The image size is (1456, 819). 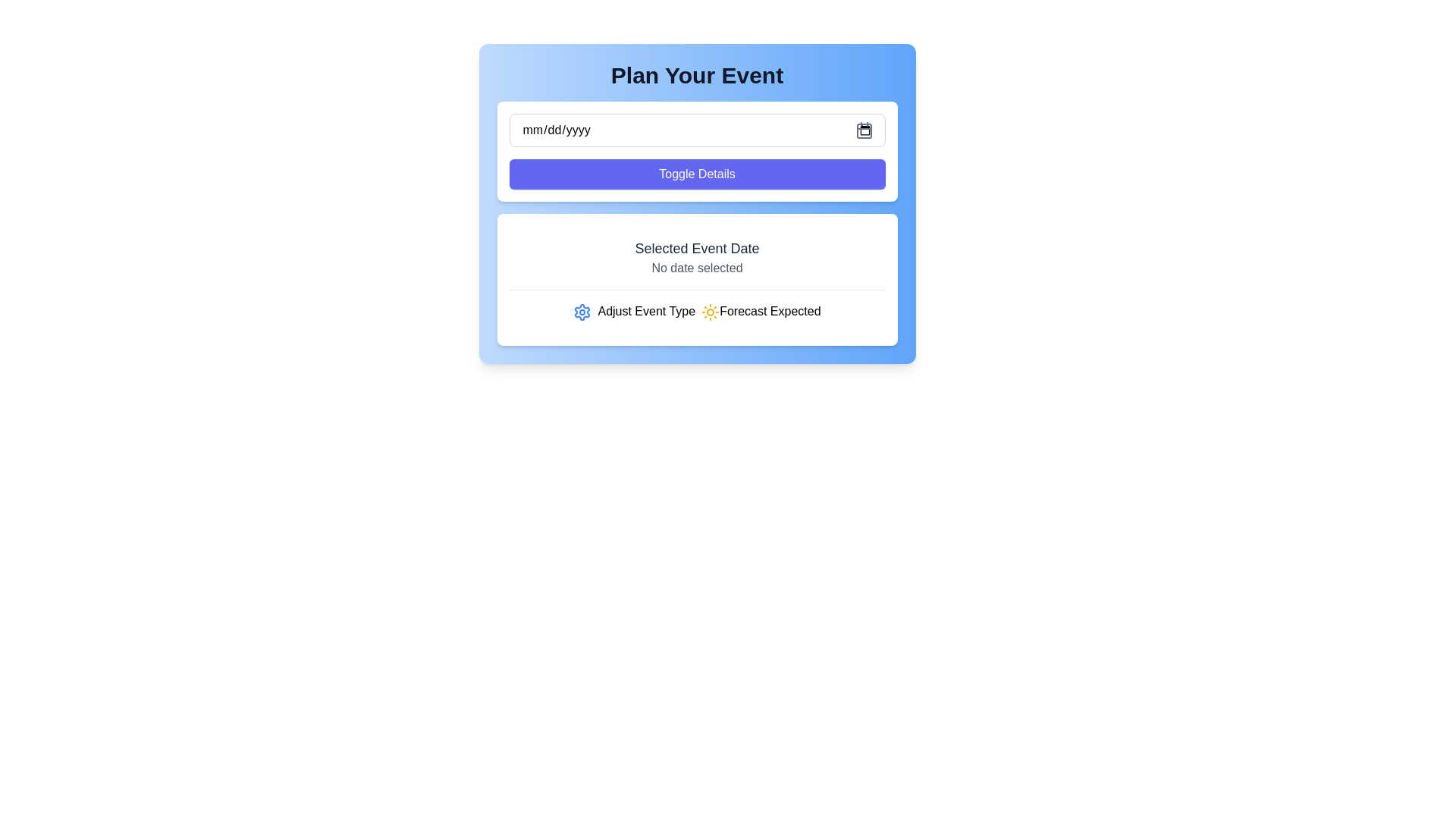 I want to click on the Text label that displays the currently selected event date, located within a card-like section, below the 'Toggle Details' button, so click(x=696, y=256).